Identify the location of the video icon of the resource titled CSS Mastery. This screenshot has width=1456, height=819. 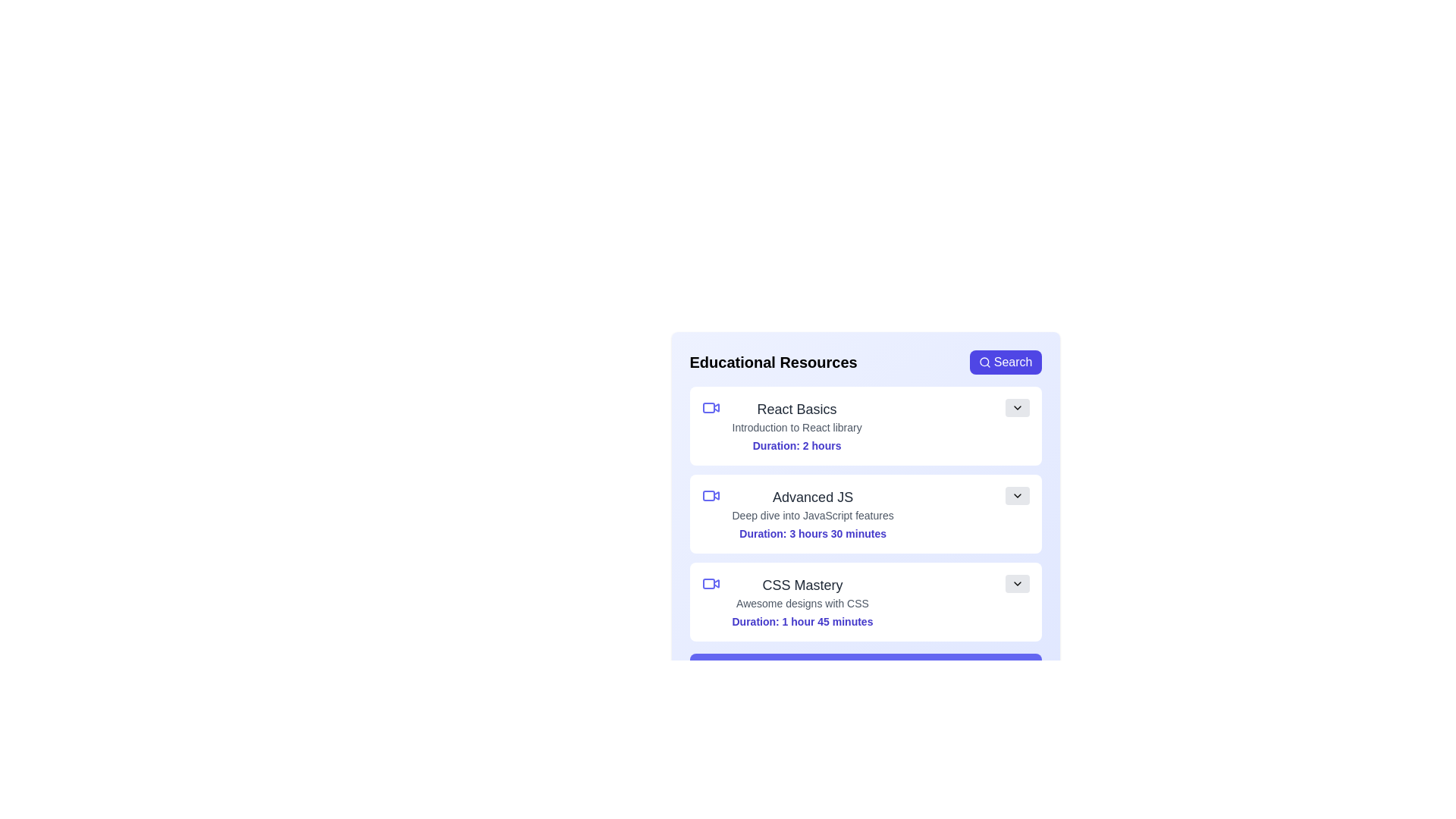
(710, 583).